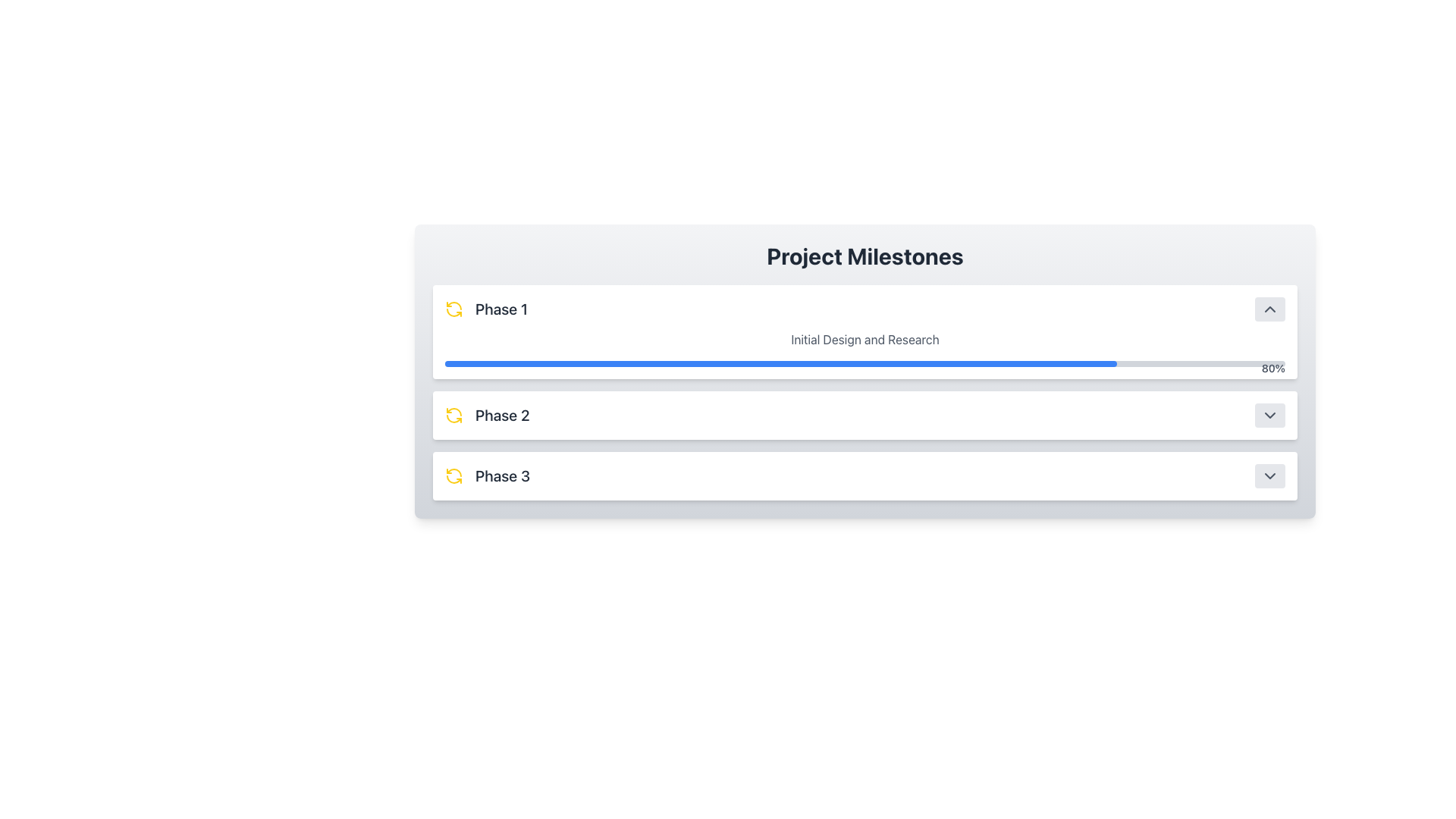  I want to click on the filled portion of the progress bar indicating 'Phase 1' in the 'Project Milestones' interface, which is a blue rectangular bar with rounded corners, so click(781, 363).